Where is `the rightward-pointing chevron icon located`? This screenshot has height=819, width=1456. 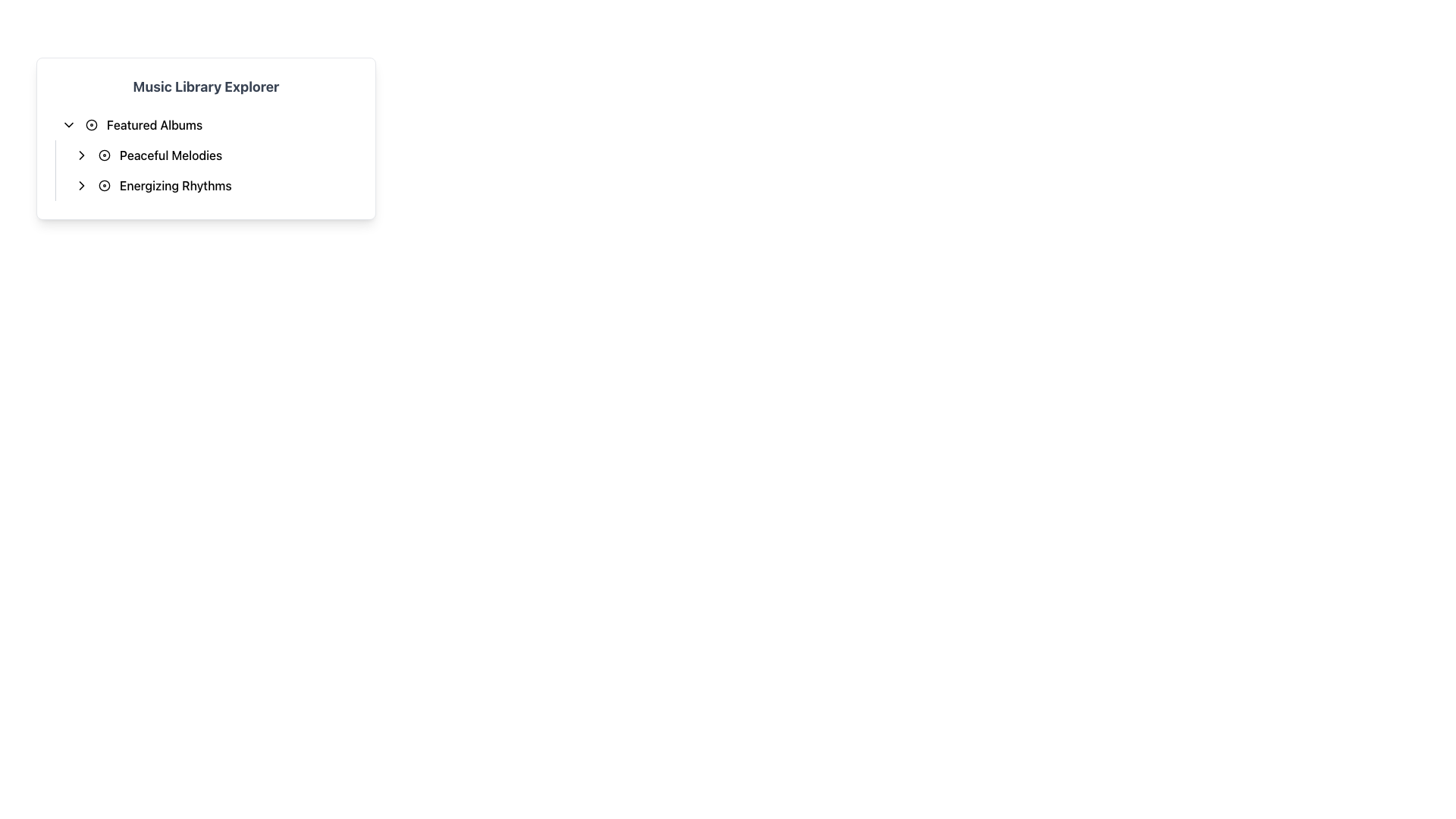 the rightward-pointing chevron icon located is located at coordinates (81, 185).